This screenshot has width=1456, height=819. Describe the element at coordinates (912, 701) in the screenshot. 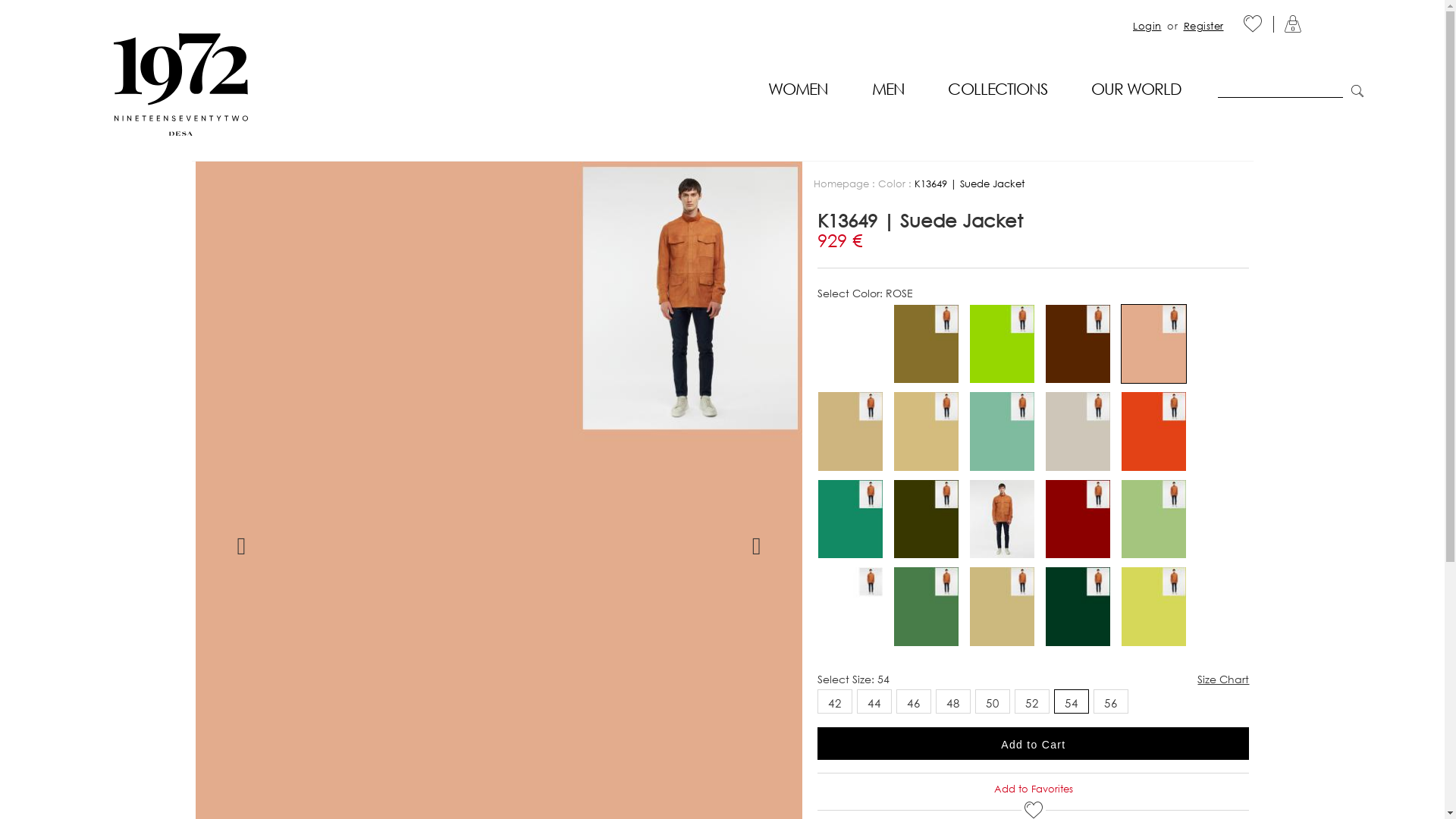

I see `'46'` at that location.